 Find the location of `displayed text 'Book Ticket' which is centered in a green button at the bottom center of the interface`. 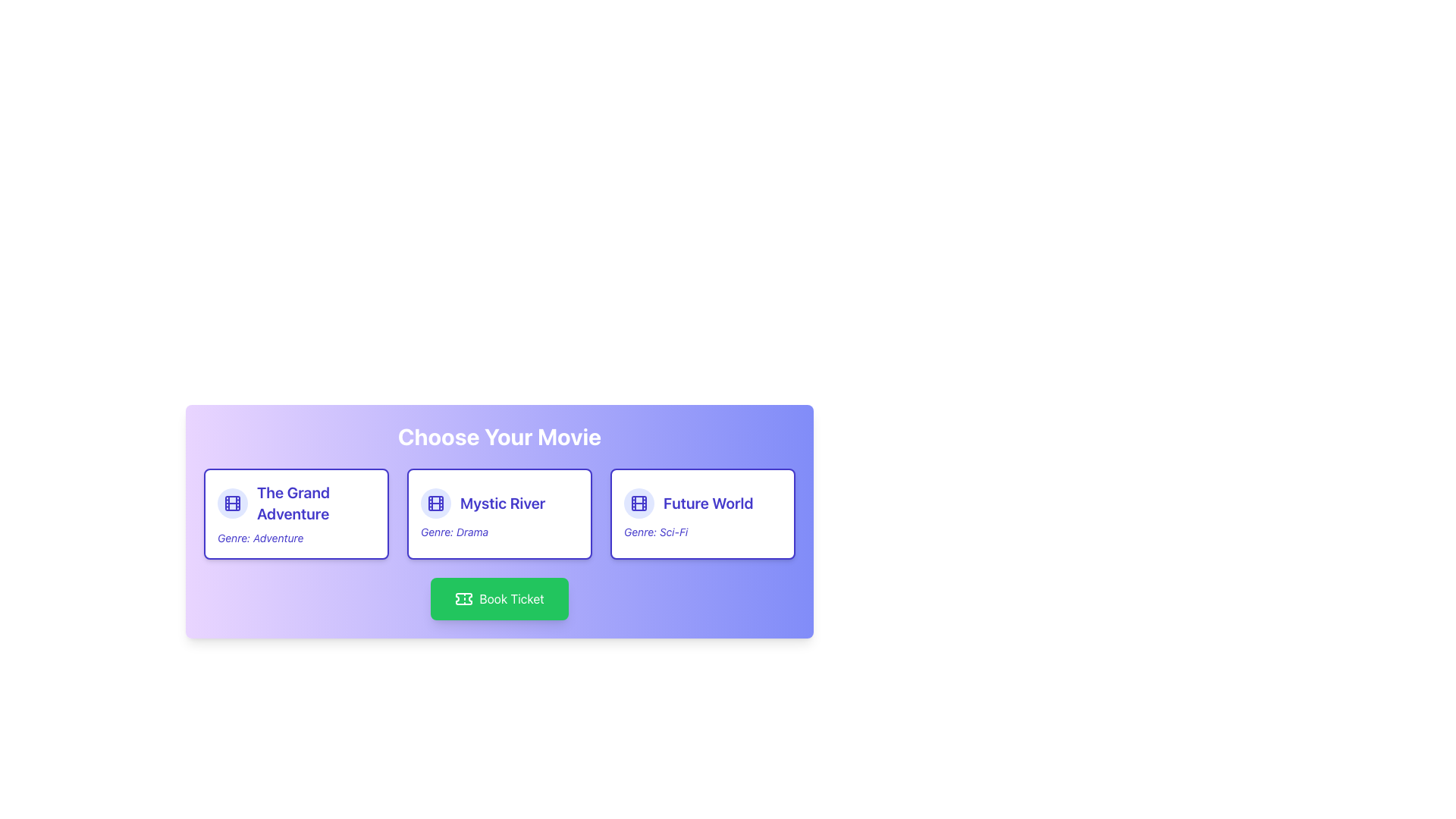

displayed text 'Book Ticket' which is centered in a green button at the bottom center of the interface is located at coordinates (512, 598).